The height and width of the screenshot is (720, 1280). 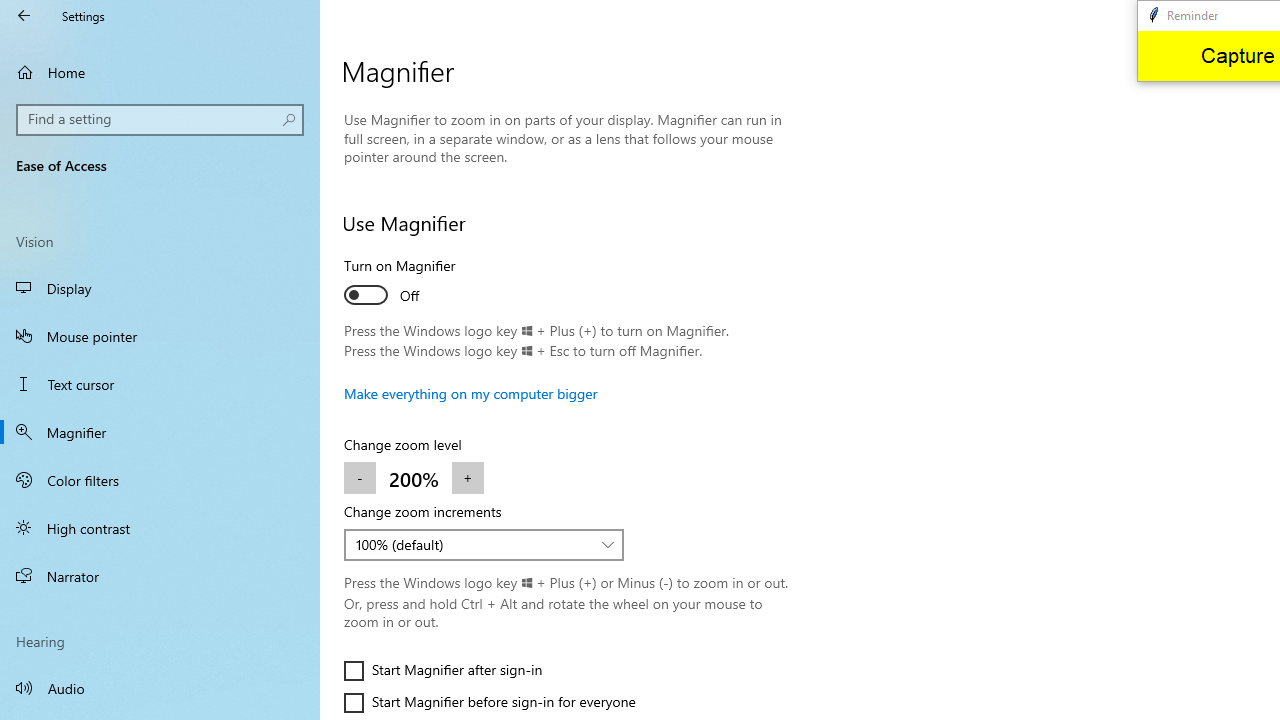 I want to click on '100% (default)', so click(x=472, y=544).